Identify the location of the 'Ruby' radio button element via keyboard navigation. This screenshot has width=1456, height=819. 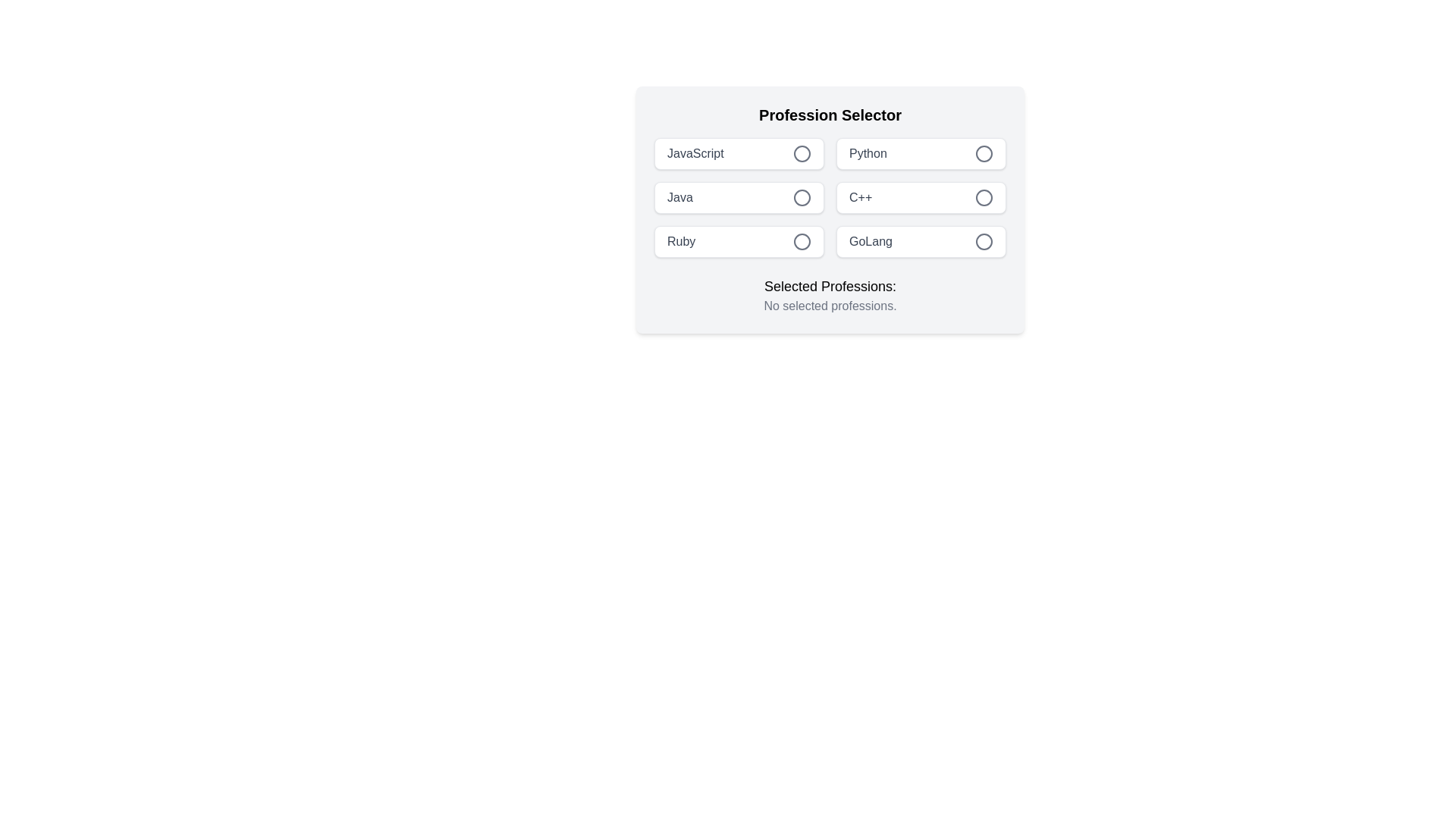
(801, 241).